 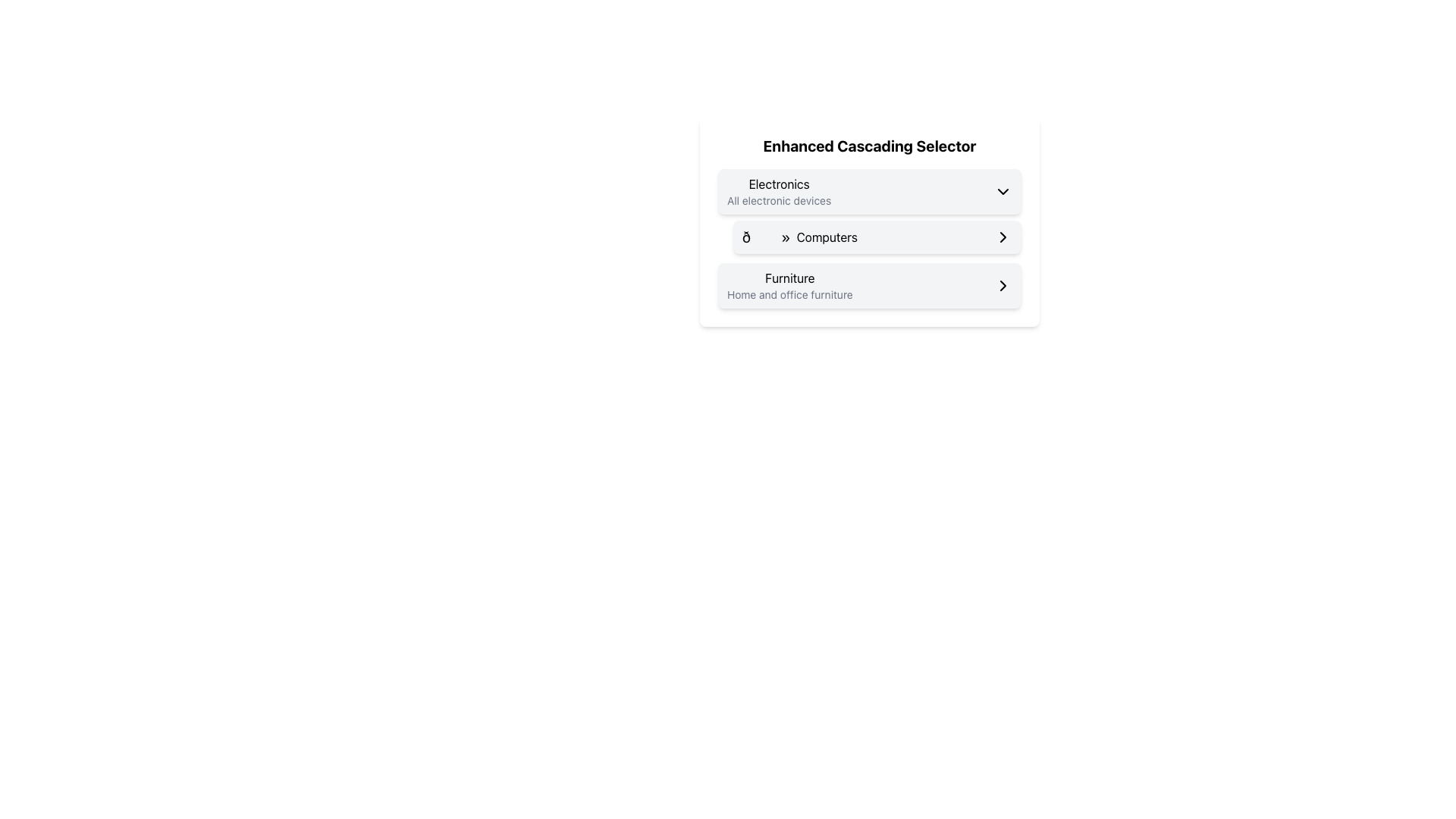 What do you see at coordinates (789, 278) in the screenshot?
I see `the Text label indicating the category for furniture-related items within the Enhanced Cascading Selector, positioned below 'Computers' and above 'Home and office furniture'` at bounding box center [789, 278].